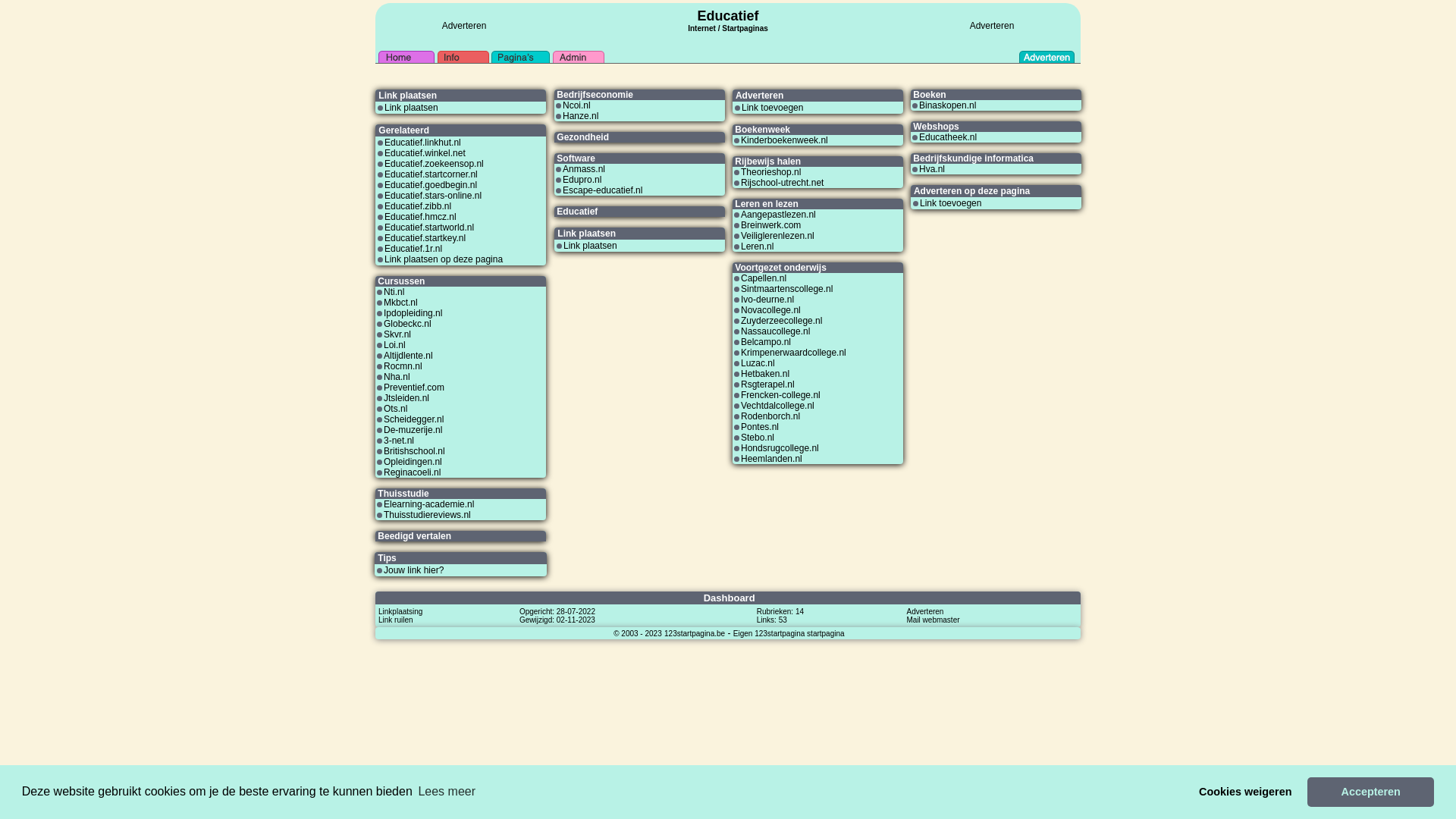 The width and height of the screenshot is (1456, 819). What do you see at coordinates (383, 419) in the screenshot?
I see `'Scheidegger.nl'` at bounding box center [383, 419].